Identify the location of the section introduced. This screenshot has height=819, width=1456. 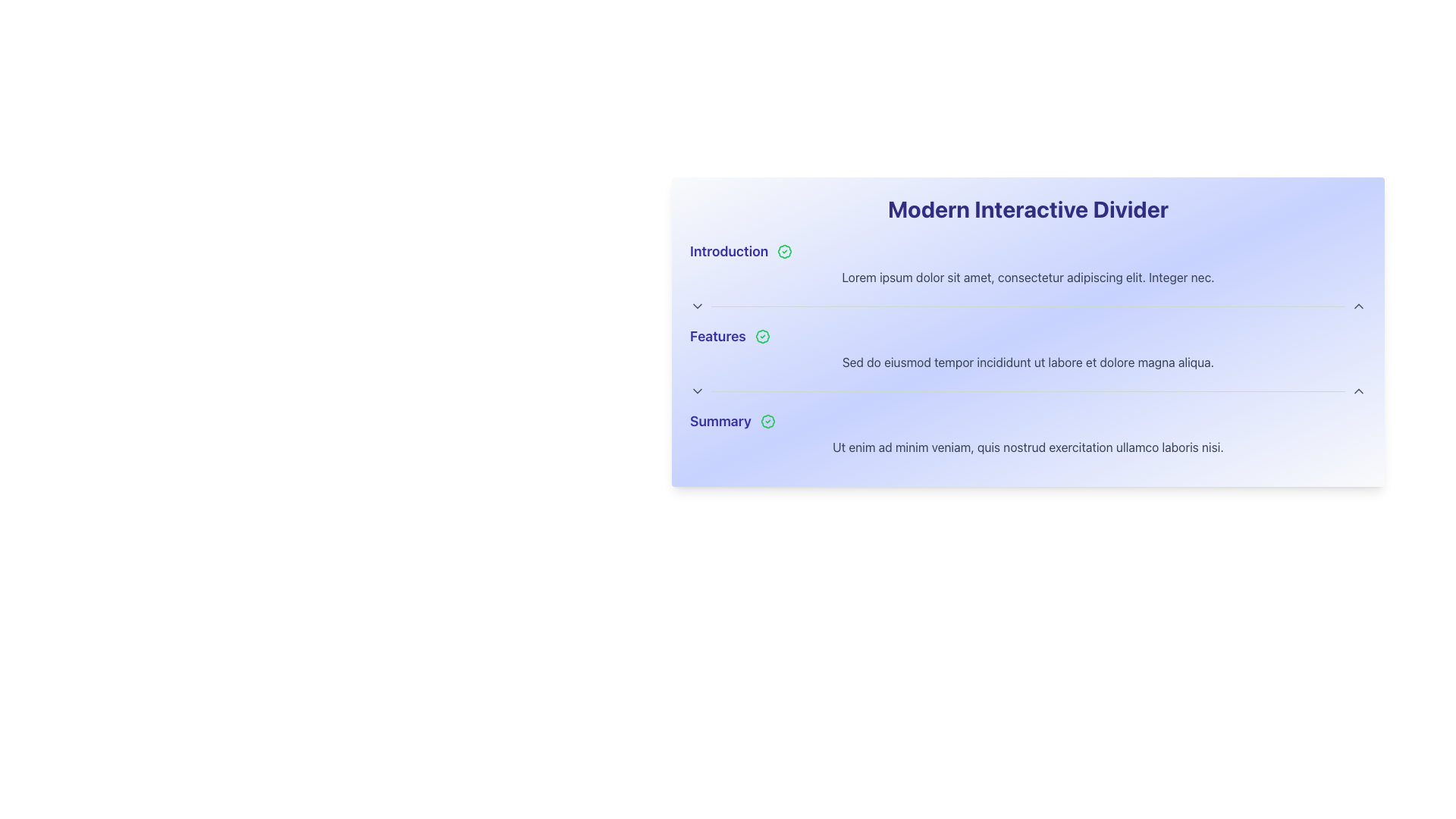
(1028, 421).